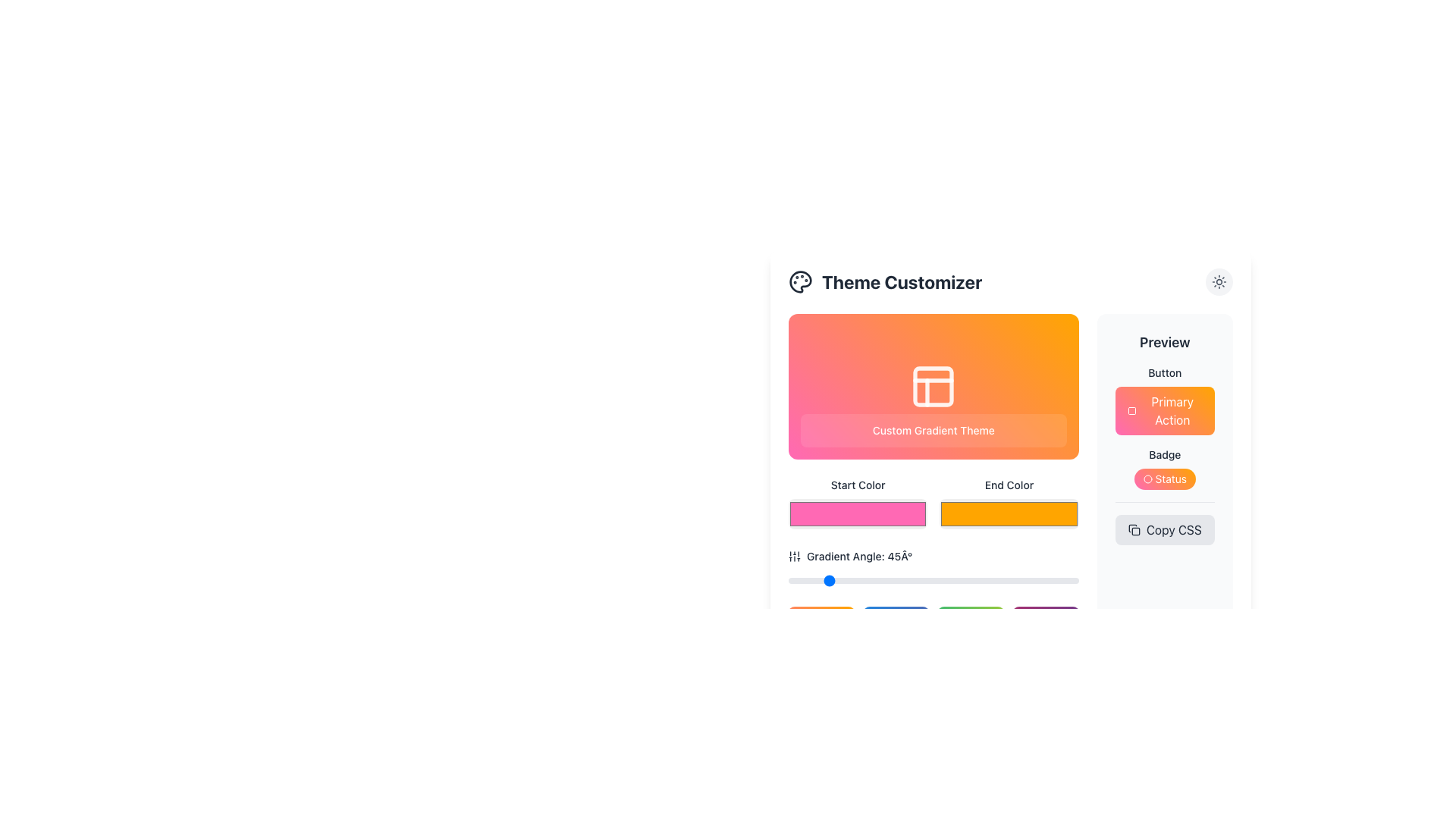  What do you see at coordinates (800, 281) in the screenshot?
I see `the palette icon located to the left of the 'Theme Customizer' text in the header of the 'Theme Customizer' section` at bounding box center [800, 281].